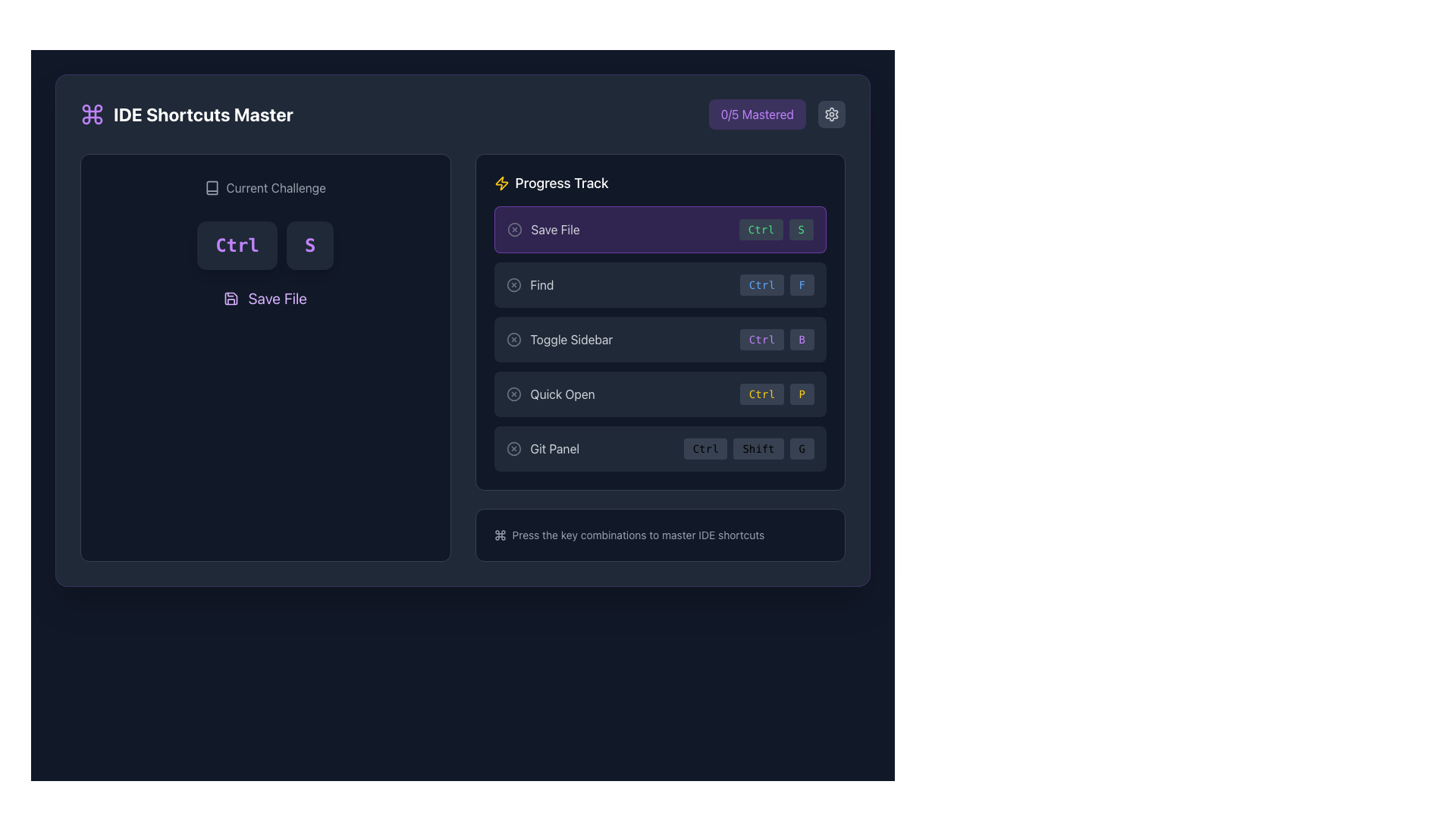 This screenshot has width=1456, height=819. Describe the element at coordinates (278, 298) in the screenshot. I see `the 'Save File' text label that identifies the save action below the 'Ctrl+S' shortcut representation` at that location.